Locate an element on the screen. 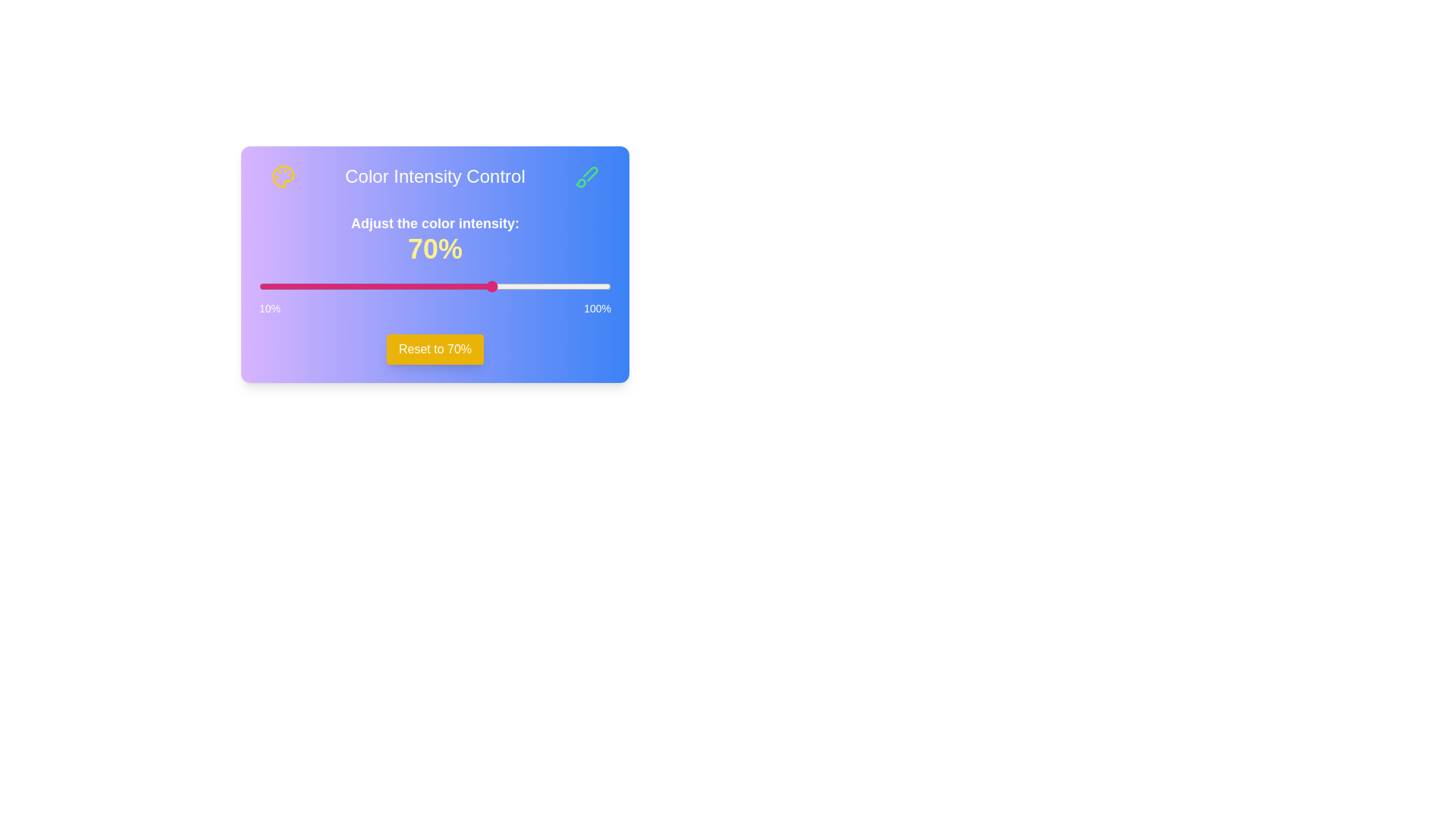  the brush icon to interact with it is located at coordinates (585, 175).